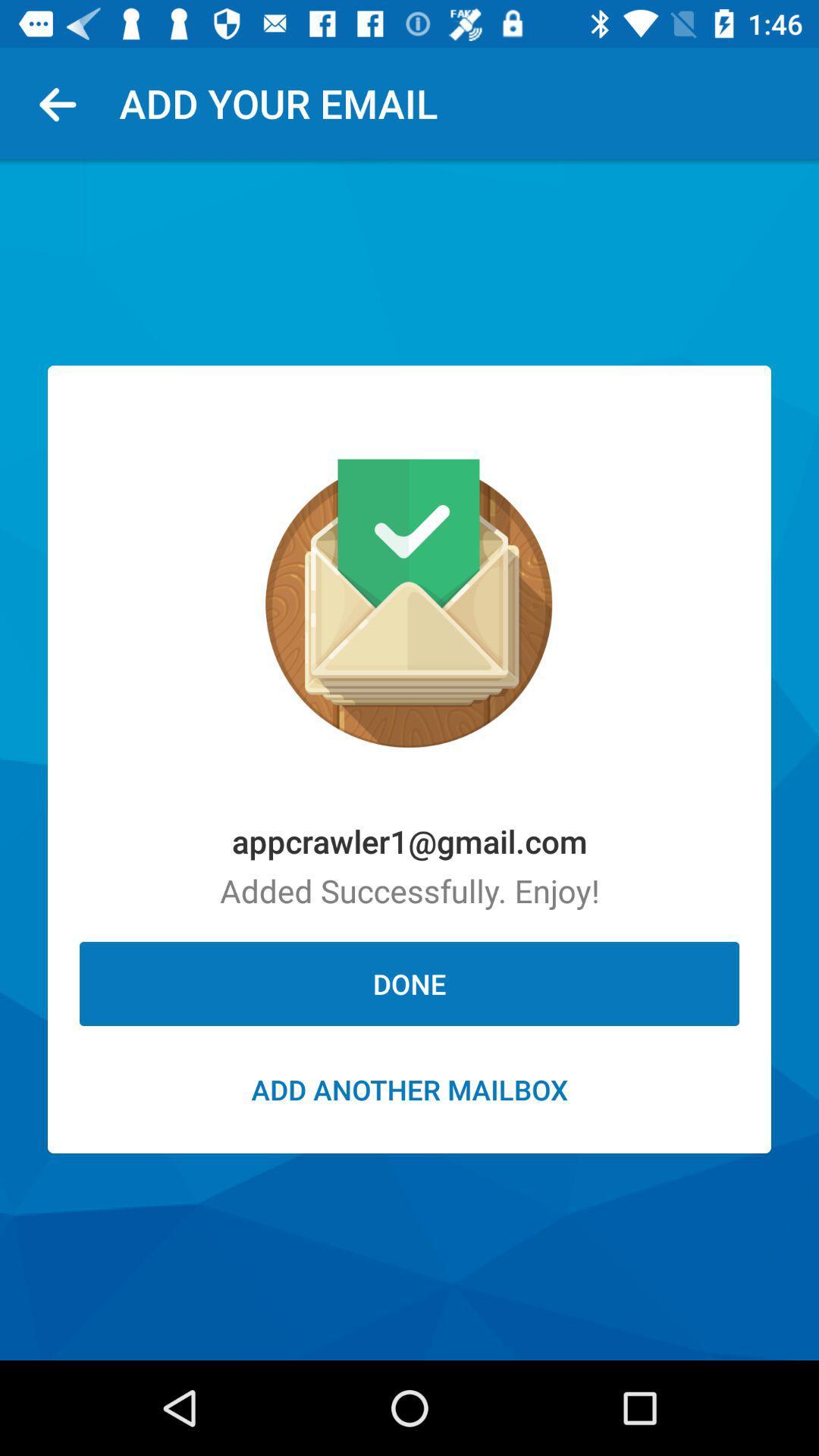  I want to click on icon above the add another mailbox icon, so click(409, 984).